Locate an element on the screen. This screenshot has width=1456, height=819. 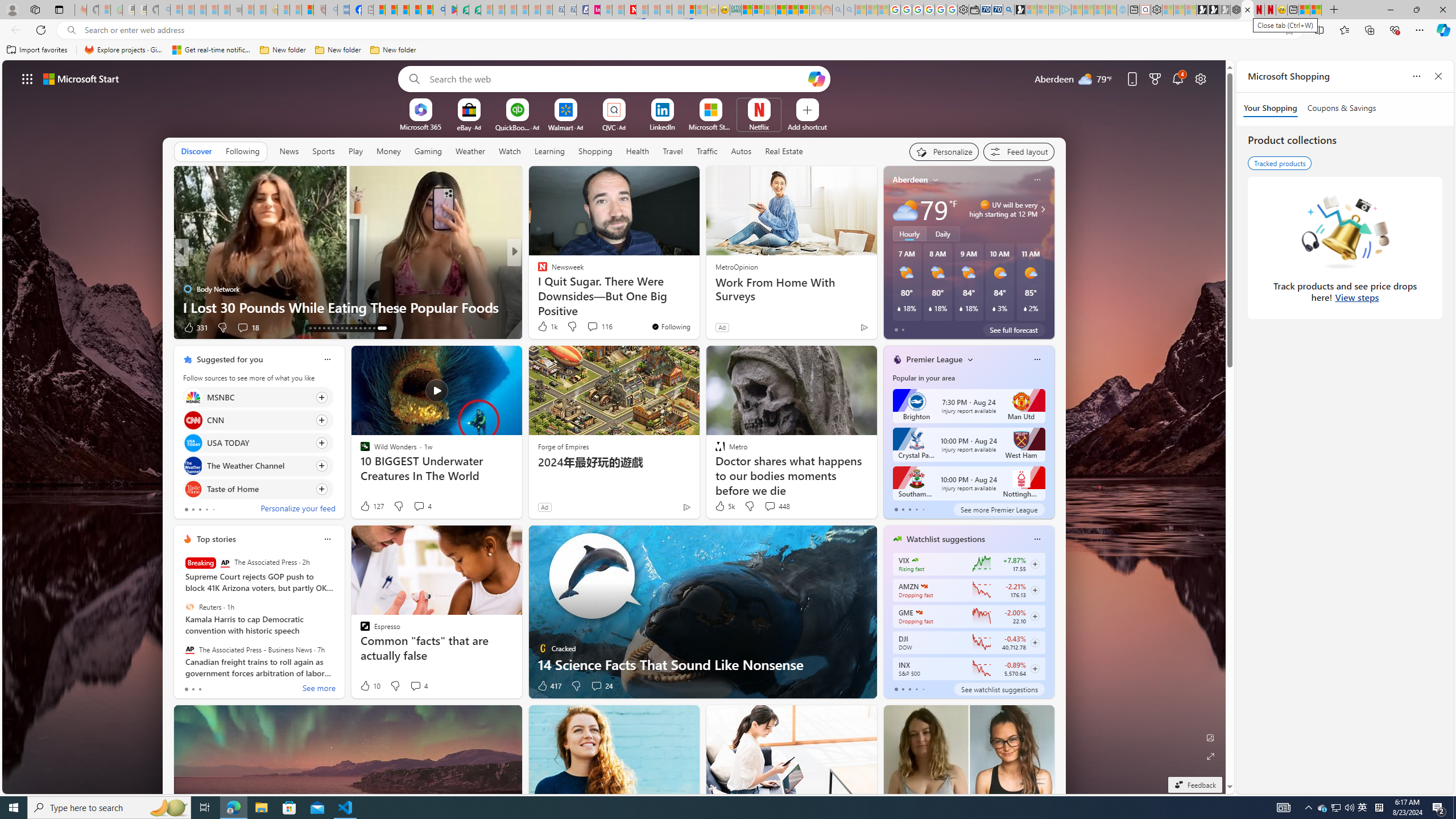
'The Associated Press - Business News' is located at coordinates (190, 649).